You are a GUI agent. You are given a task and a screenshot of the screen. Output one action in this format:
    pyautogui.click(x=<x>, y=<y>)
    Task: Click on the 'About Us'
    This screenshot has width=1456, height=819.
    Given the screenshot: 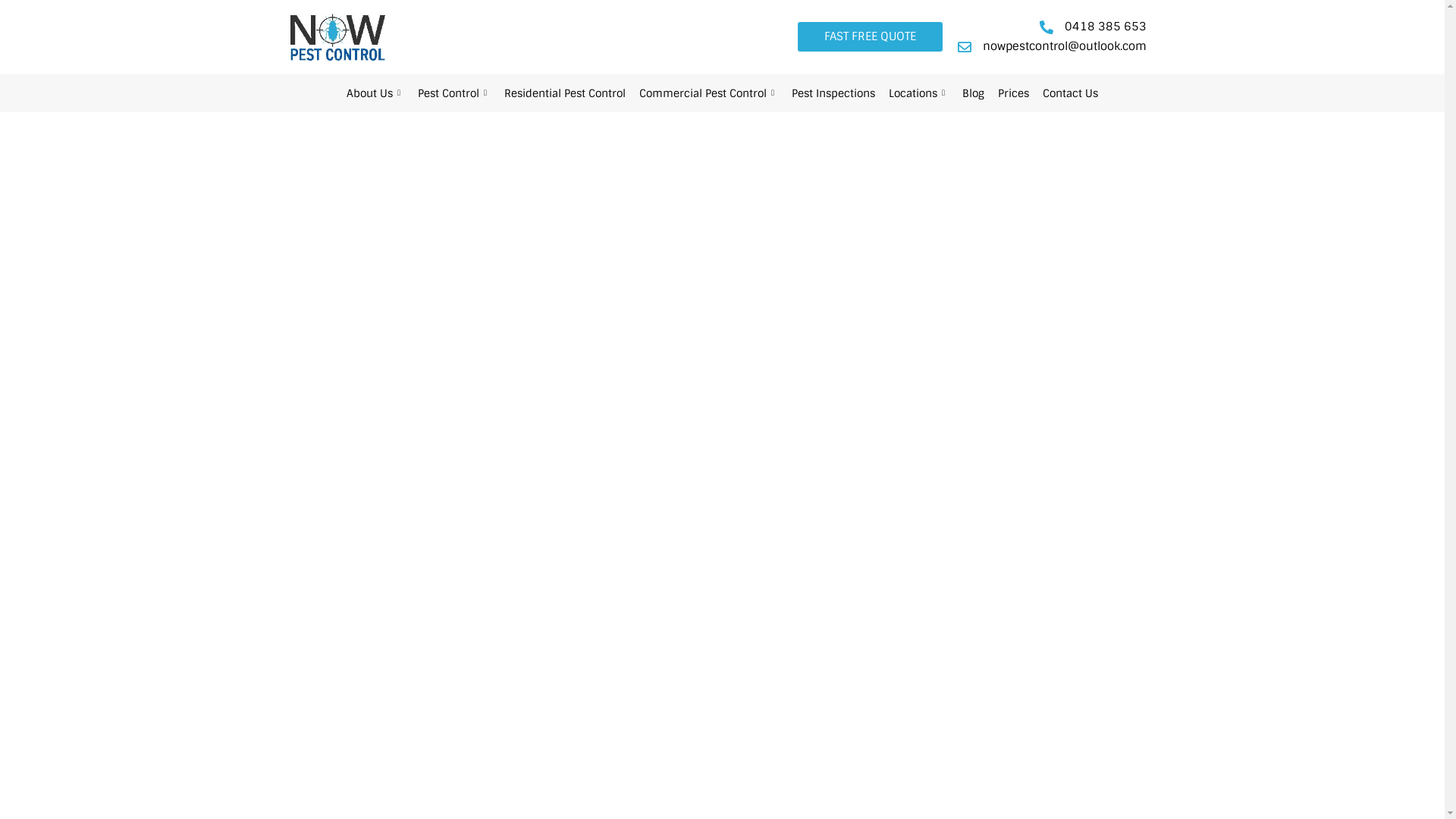 What is the action you would take?
    pyautogui.click(x=375, y=93)
    